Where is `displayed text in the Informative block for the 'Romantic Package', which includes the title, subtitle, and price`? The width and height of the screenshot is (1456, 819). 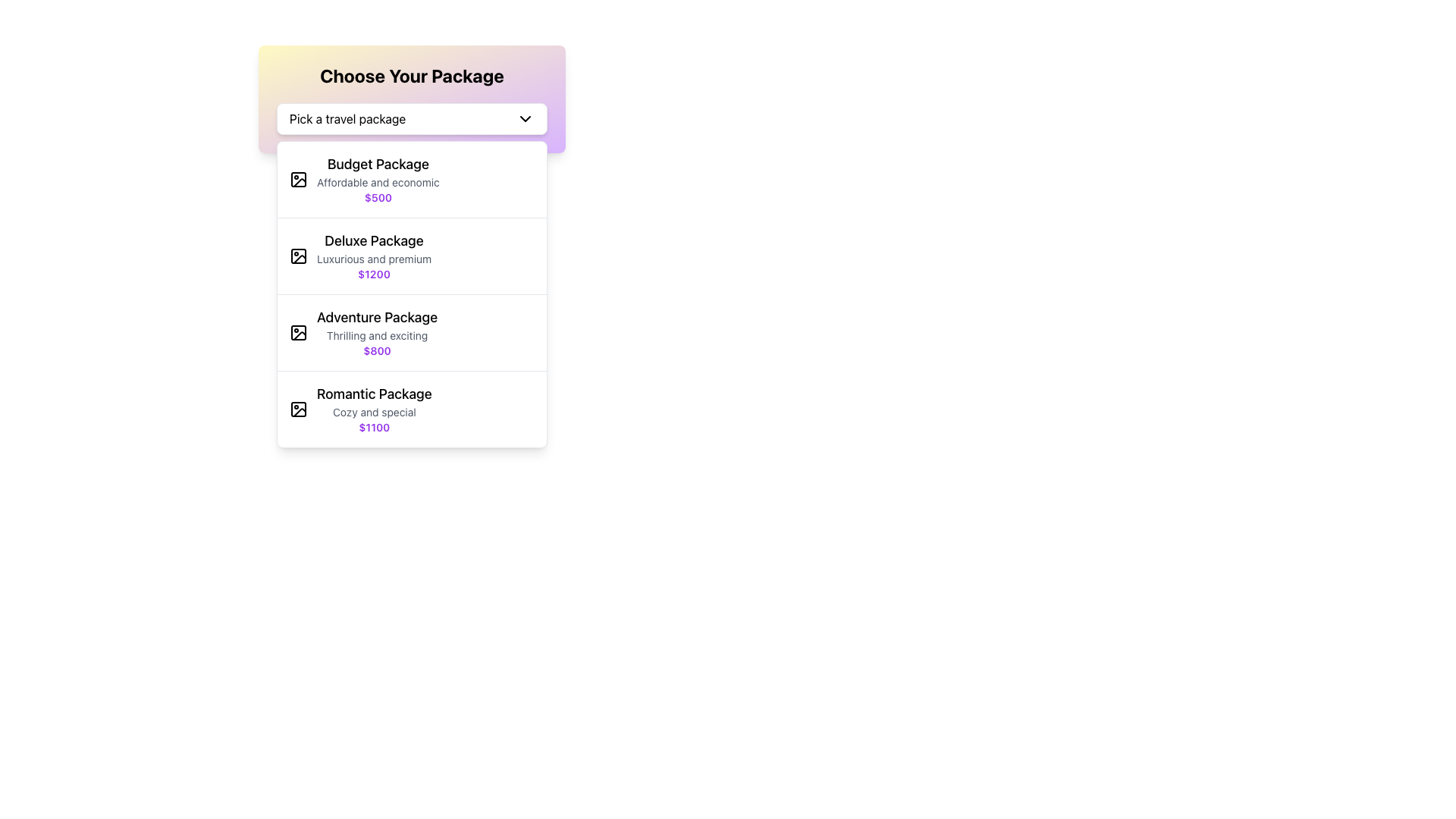
displayed text in the Informative block for the 'Romantic Package', which includes the title, subtitle, and price is located at coordinates (374, 409).